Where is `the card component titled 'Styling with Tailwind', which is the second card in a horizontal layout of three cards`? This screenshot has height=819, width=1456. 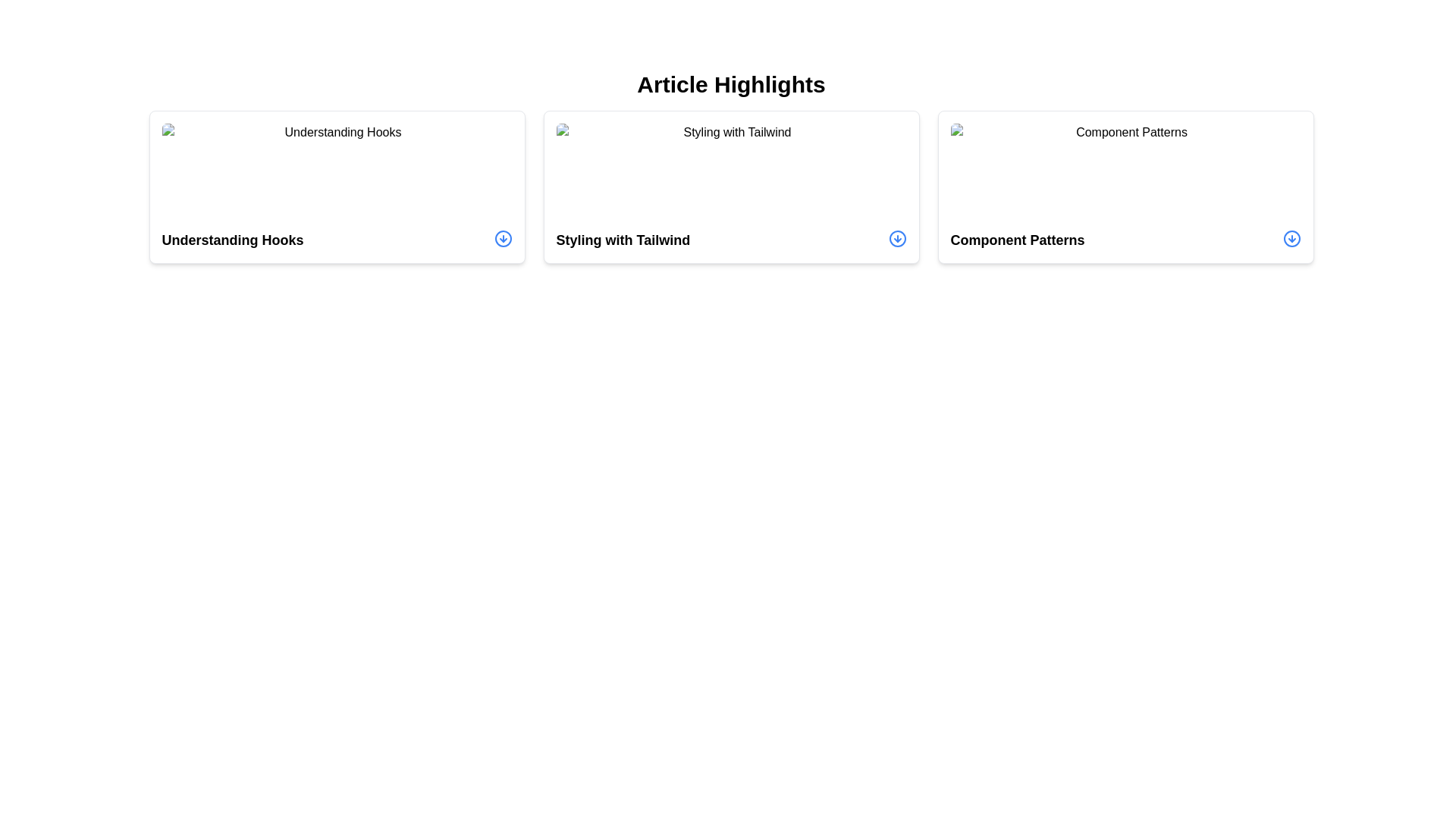
the card component titled 'Styling with Tailwind', which is the second card in a horizontal layout of three cards is located at coordinates (731, 186).